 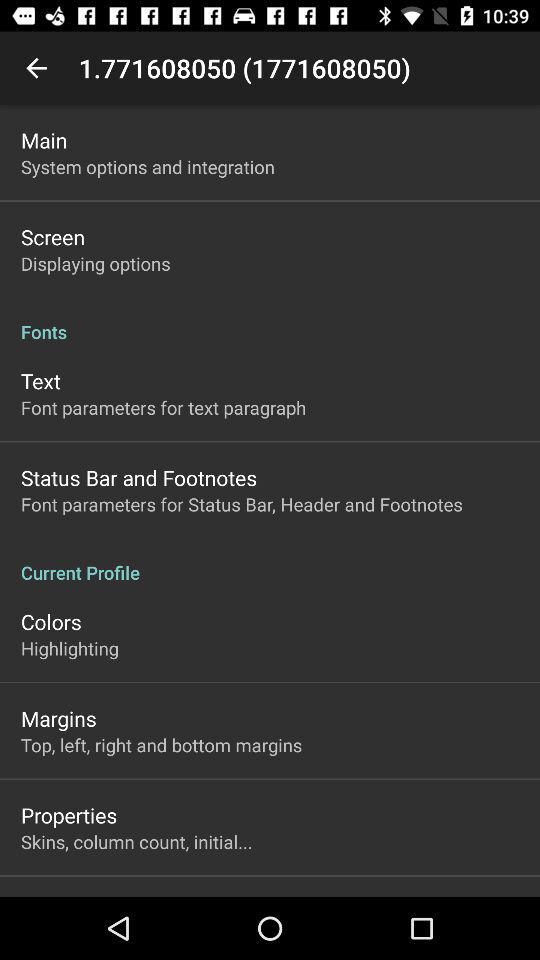 What do you see at coordinates (270, 562) in the screenshot?
I see `the icon below the font parameters for` at bounding box center [270, 562].